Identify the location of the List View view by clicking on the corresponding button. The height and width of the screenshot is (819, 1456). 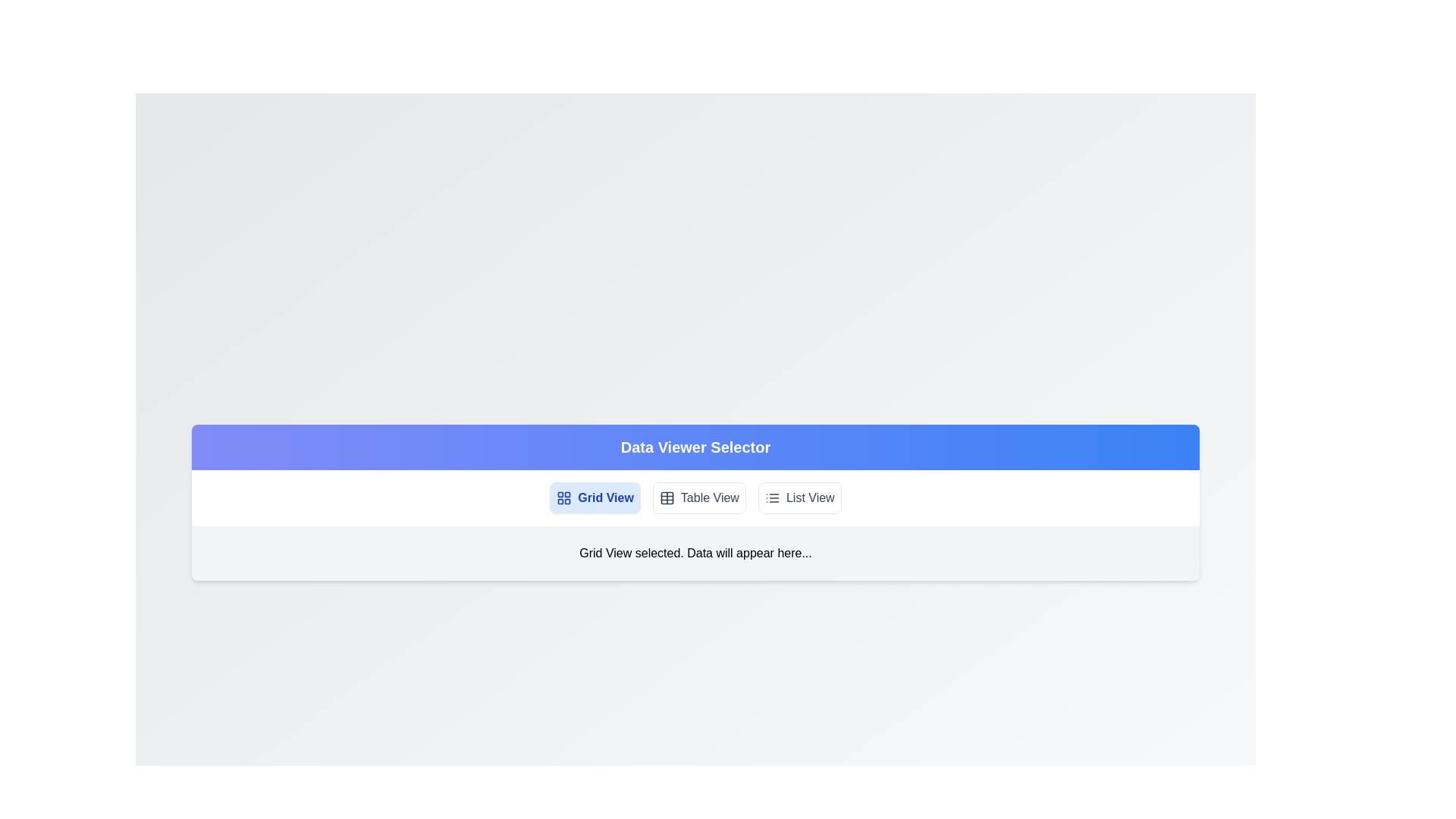
(799, 497).